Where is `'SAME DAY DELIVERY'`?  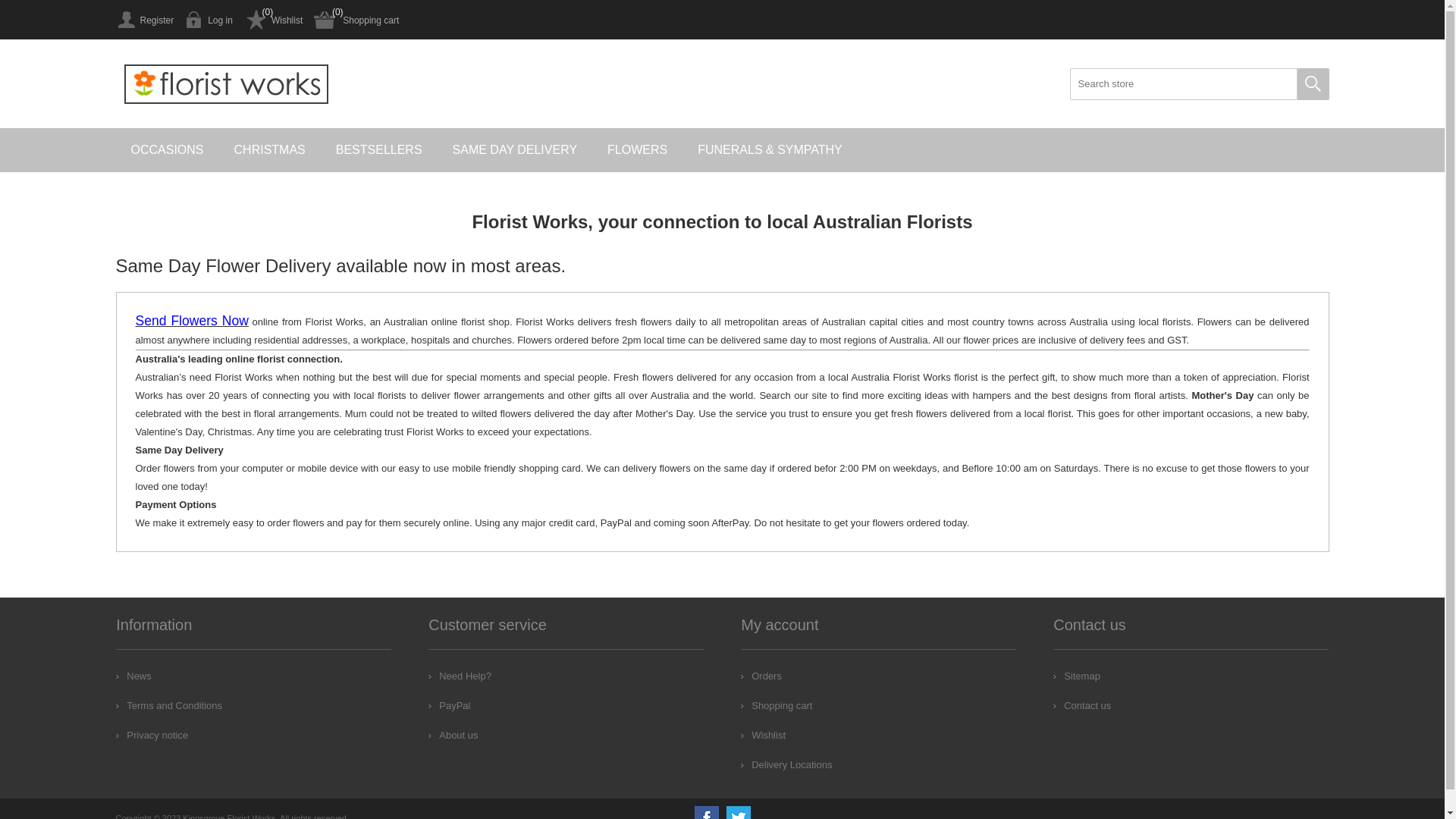 'SAME DAY DELIVERY' is located at coordinates (515, 149).